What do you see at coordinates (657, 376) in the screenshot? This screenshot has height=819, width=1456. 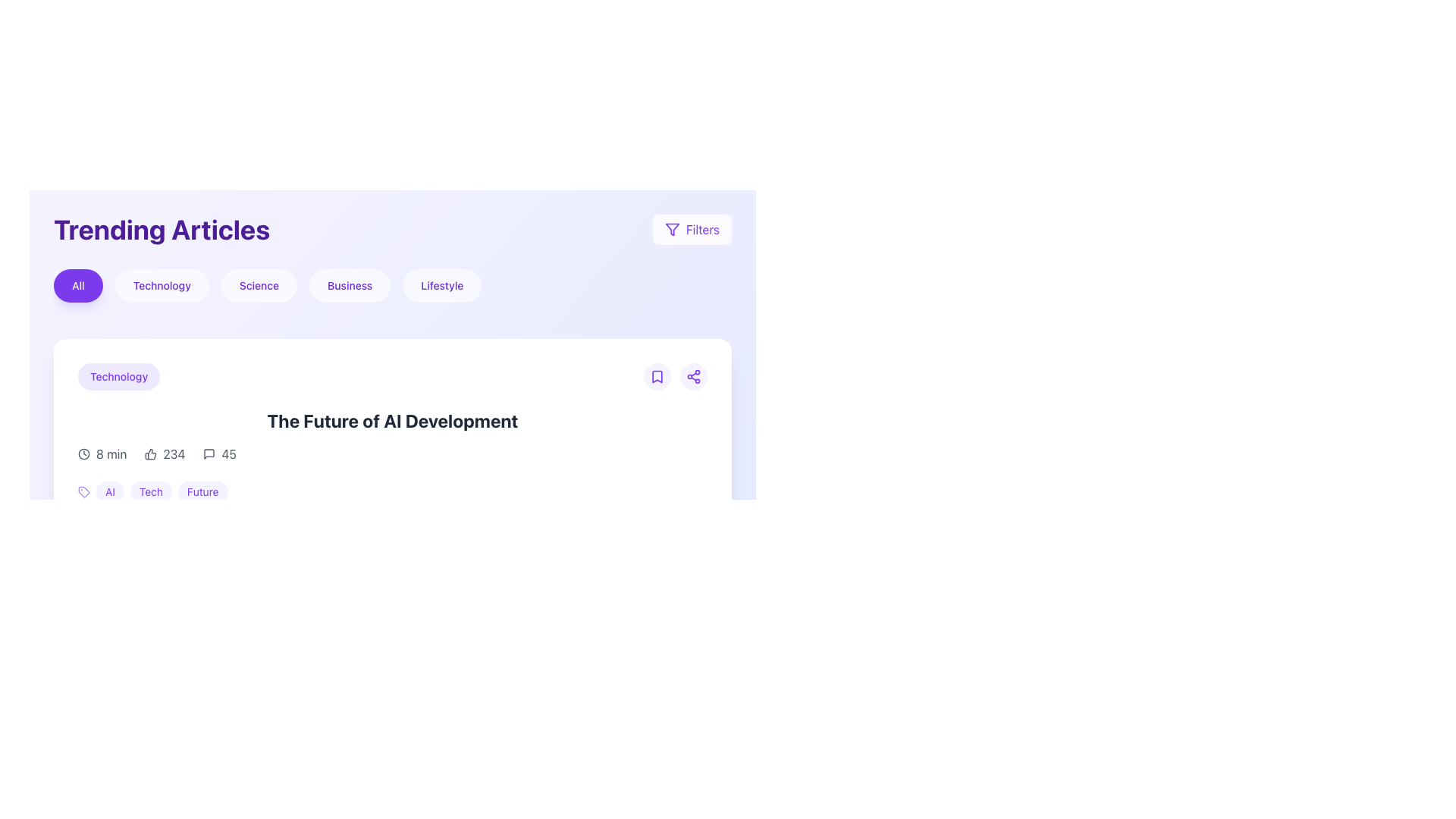 I see `the first button in the row of interactive buttons` at bounding box center [657, 376].